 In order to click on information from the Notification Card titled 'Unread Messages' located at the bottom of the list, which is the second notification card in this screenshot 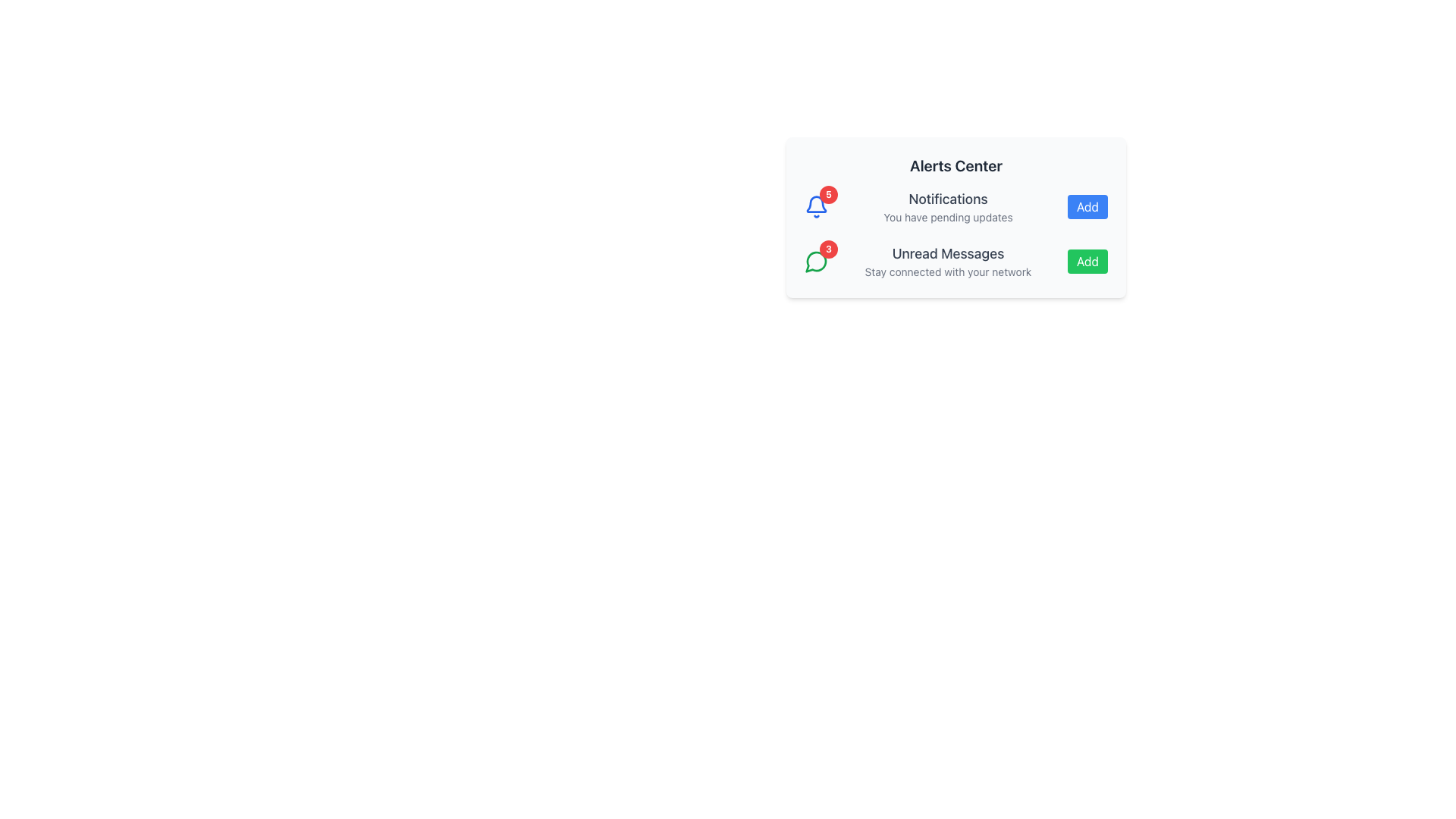, I will do `click(955, 260)`.